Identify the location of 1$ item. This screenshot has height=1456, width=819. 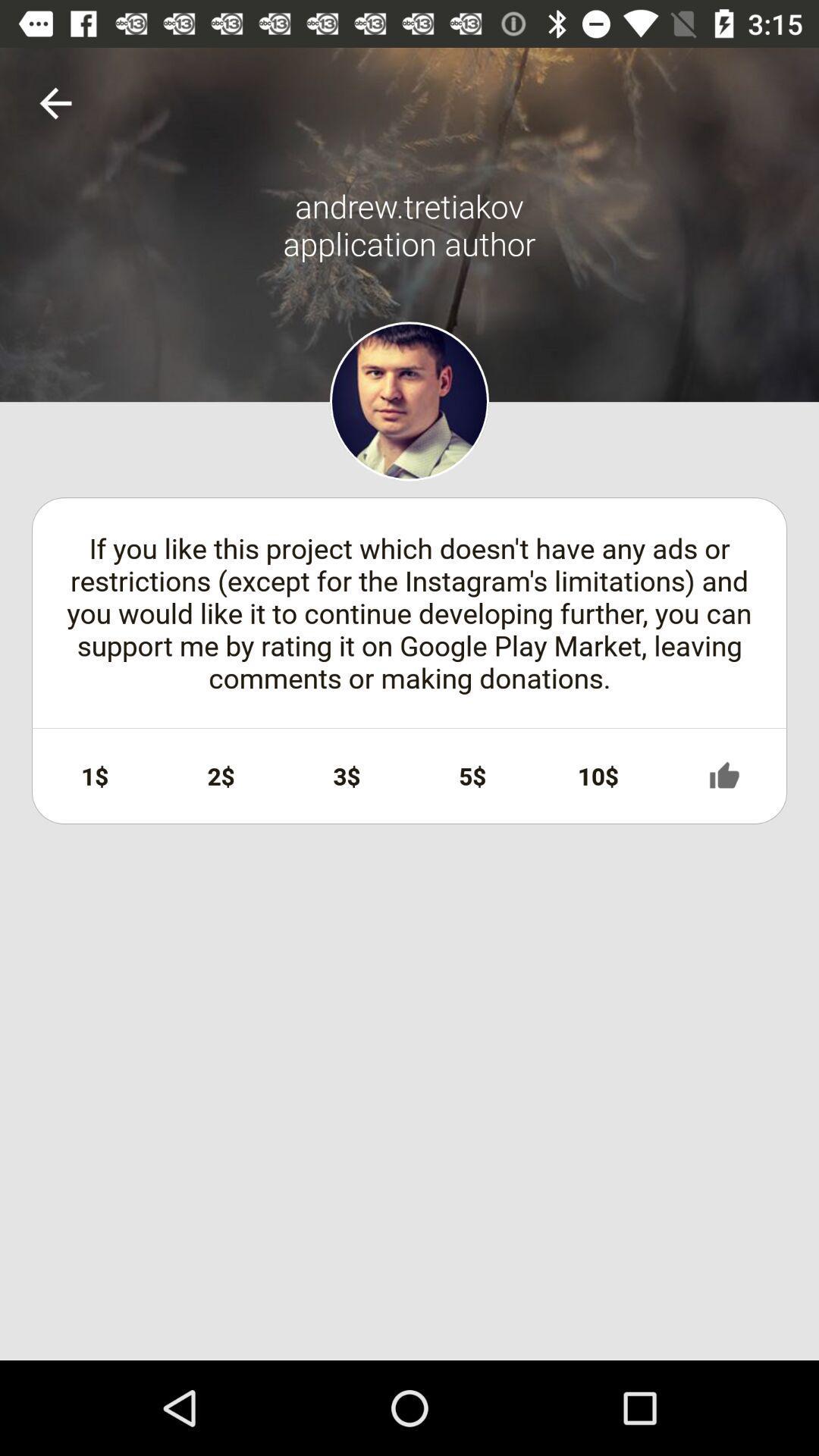
(95, 776).